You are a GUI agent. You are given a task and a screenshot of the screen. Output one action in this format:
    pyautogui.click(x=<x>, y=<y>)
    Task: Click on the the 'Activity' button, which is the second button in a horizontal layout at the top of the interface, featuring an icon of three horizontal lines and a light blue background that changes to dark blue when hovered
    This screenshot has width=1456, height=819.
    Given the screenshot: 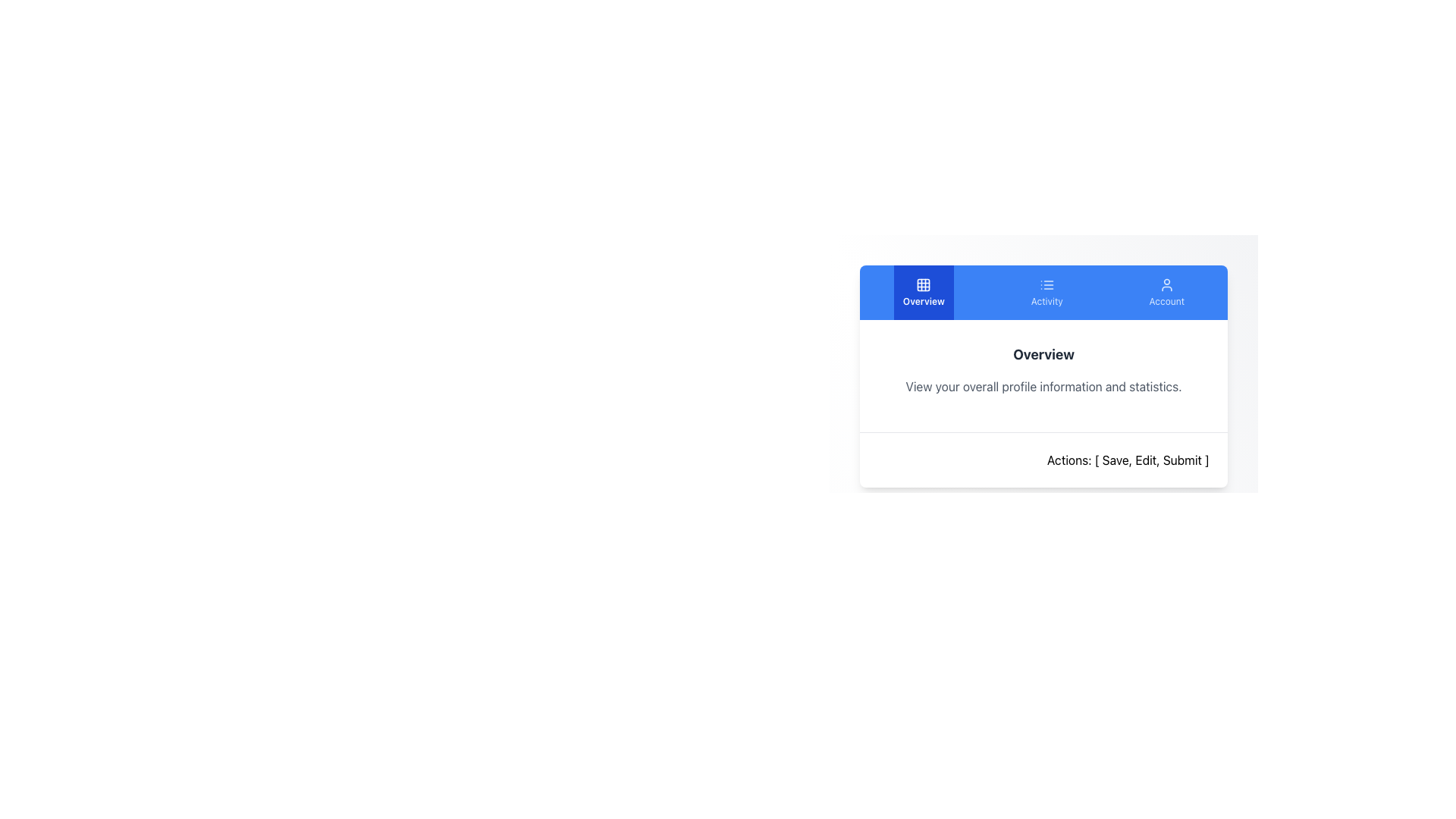 What is the action you would take?
    pyautogui.click(x=1046, y=292)
    